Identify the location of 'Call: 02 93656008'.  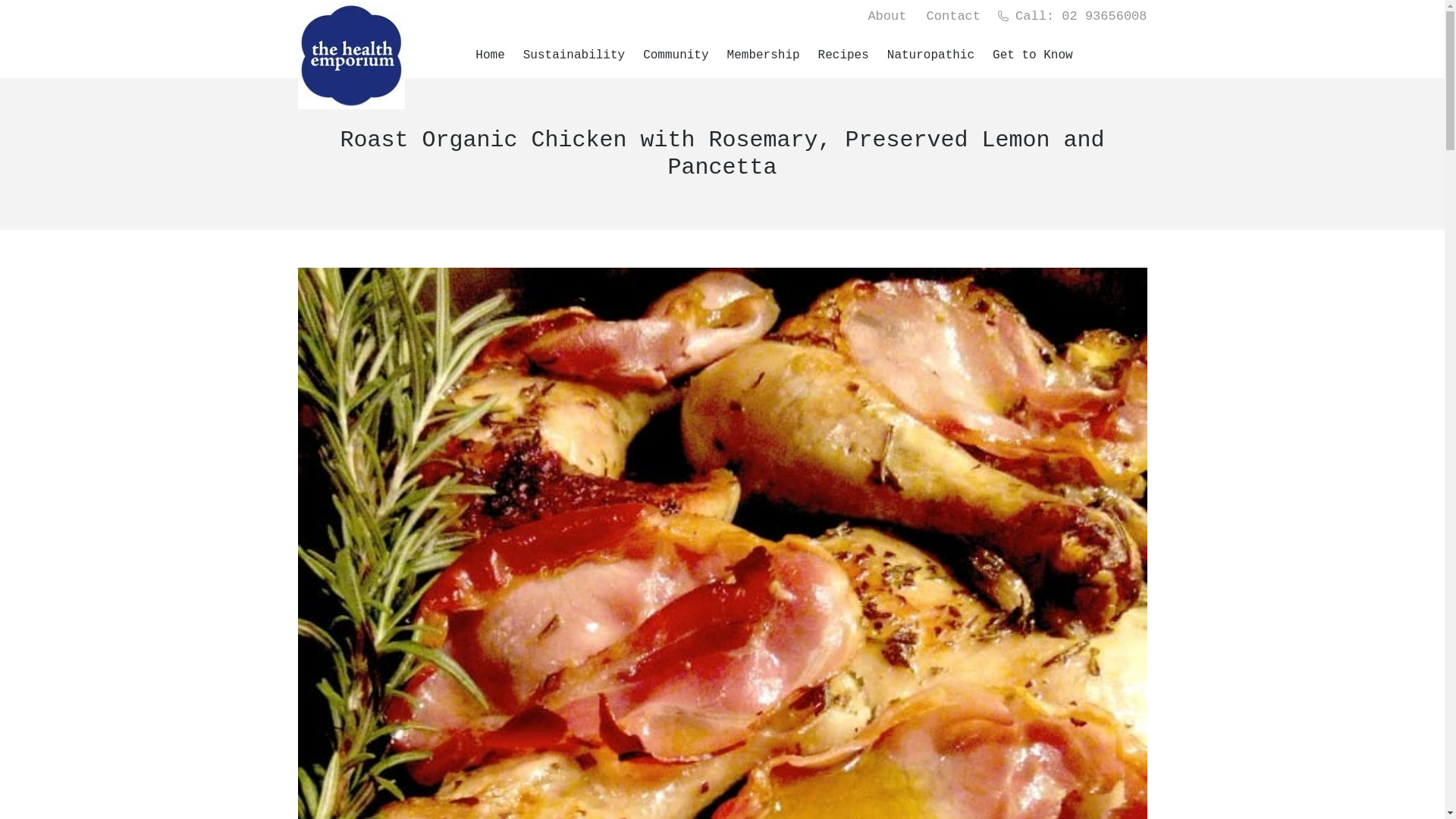
(996, 16).